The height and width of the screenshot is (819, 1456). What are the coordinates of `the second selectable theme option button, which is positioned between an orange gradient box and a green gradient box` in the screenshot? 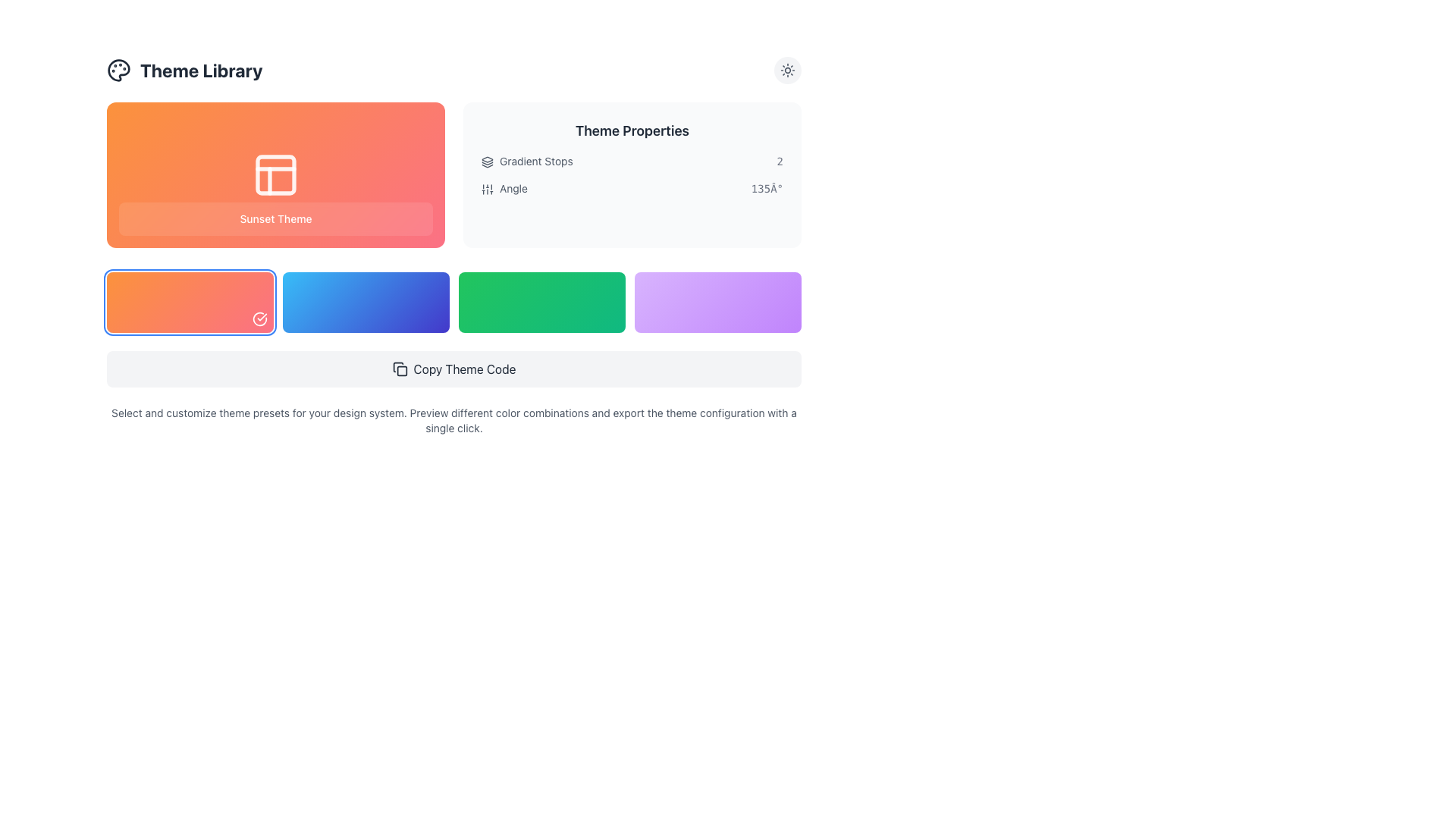 It's located at (366, 302).